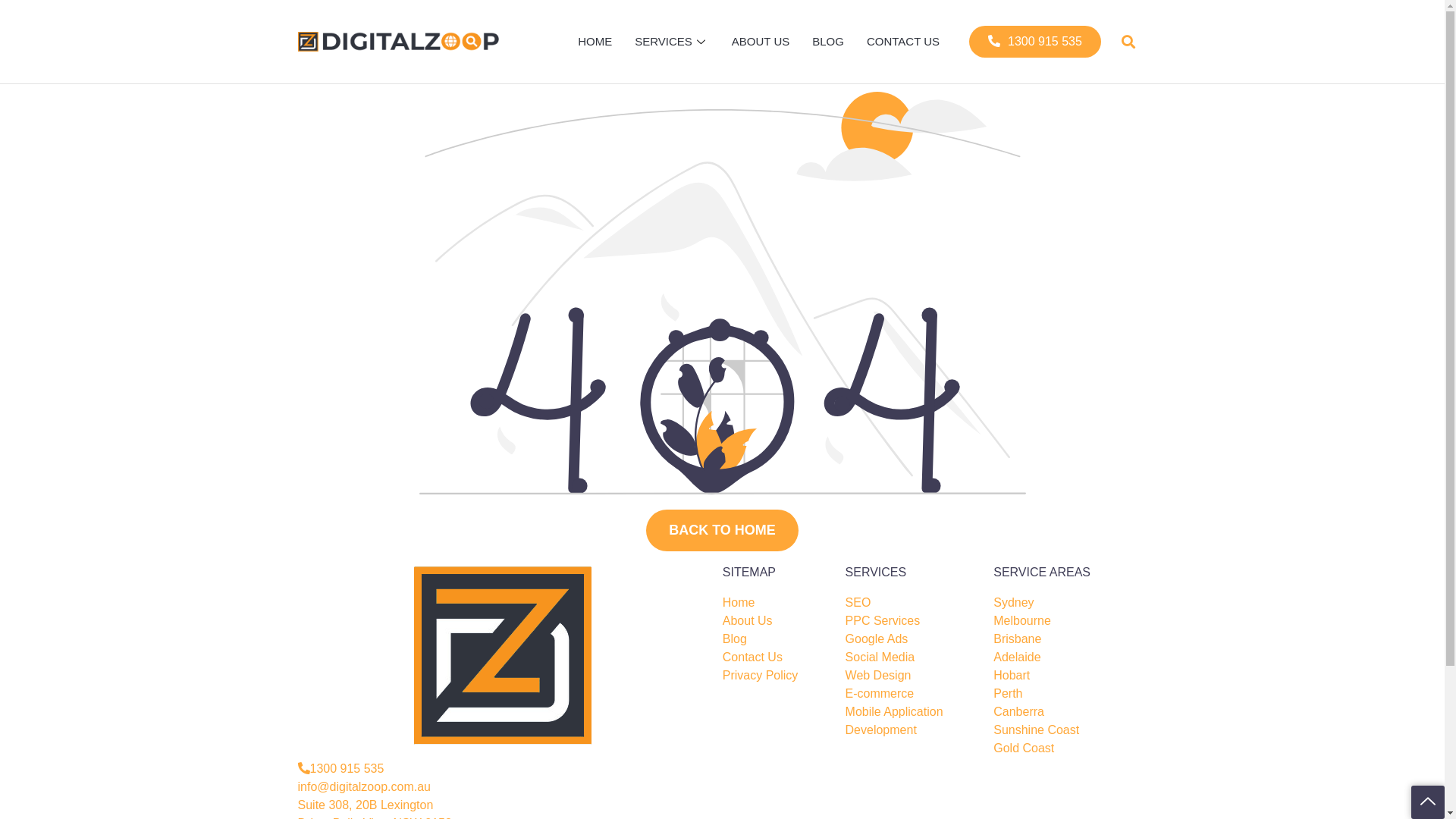  I want to click on 'PPC Services', so click(883, 620).